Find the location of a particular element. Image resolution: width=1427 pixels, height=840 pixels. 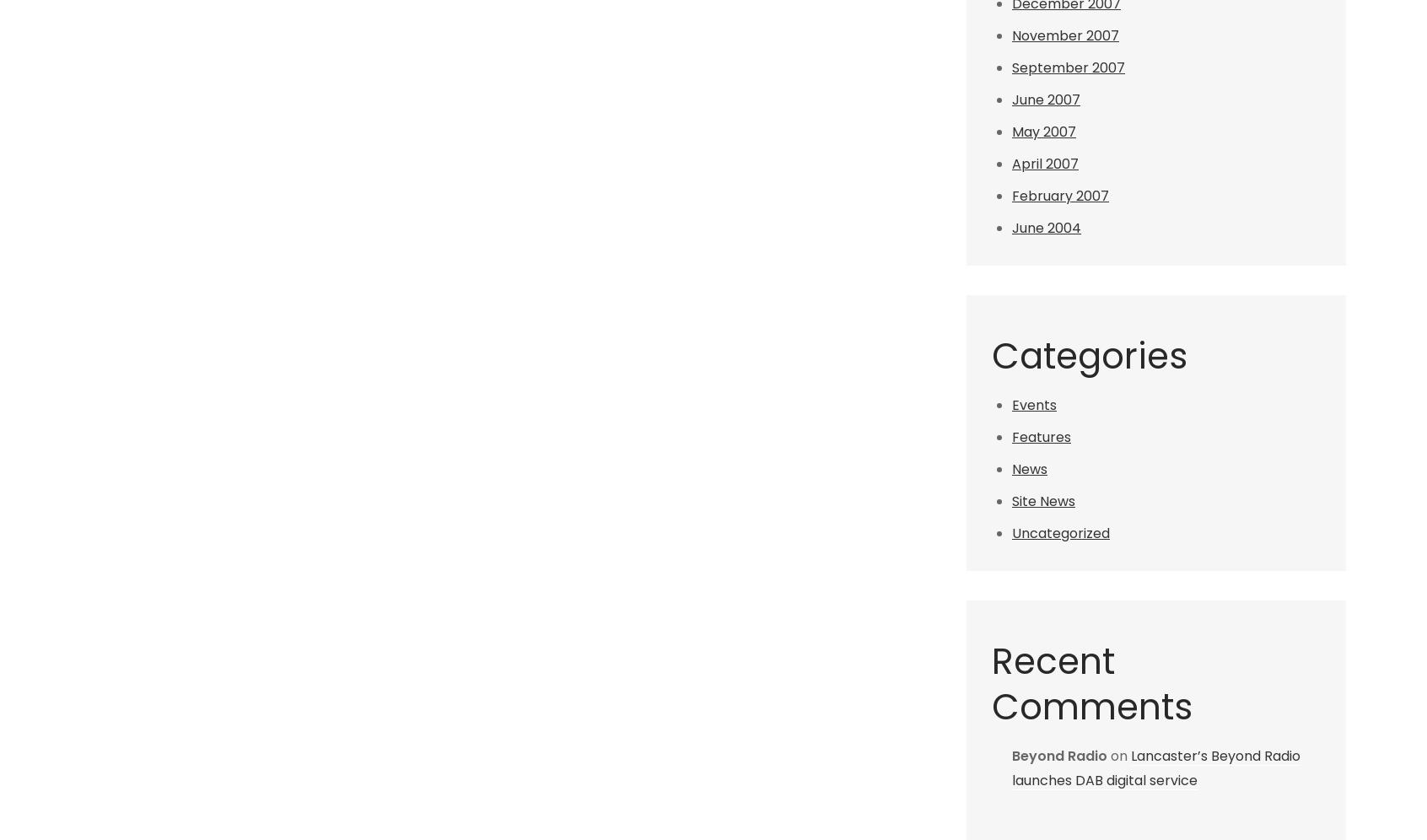

'November 2007' is located at coordinates (1065, 35).